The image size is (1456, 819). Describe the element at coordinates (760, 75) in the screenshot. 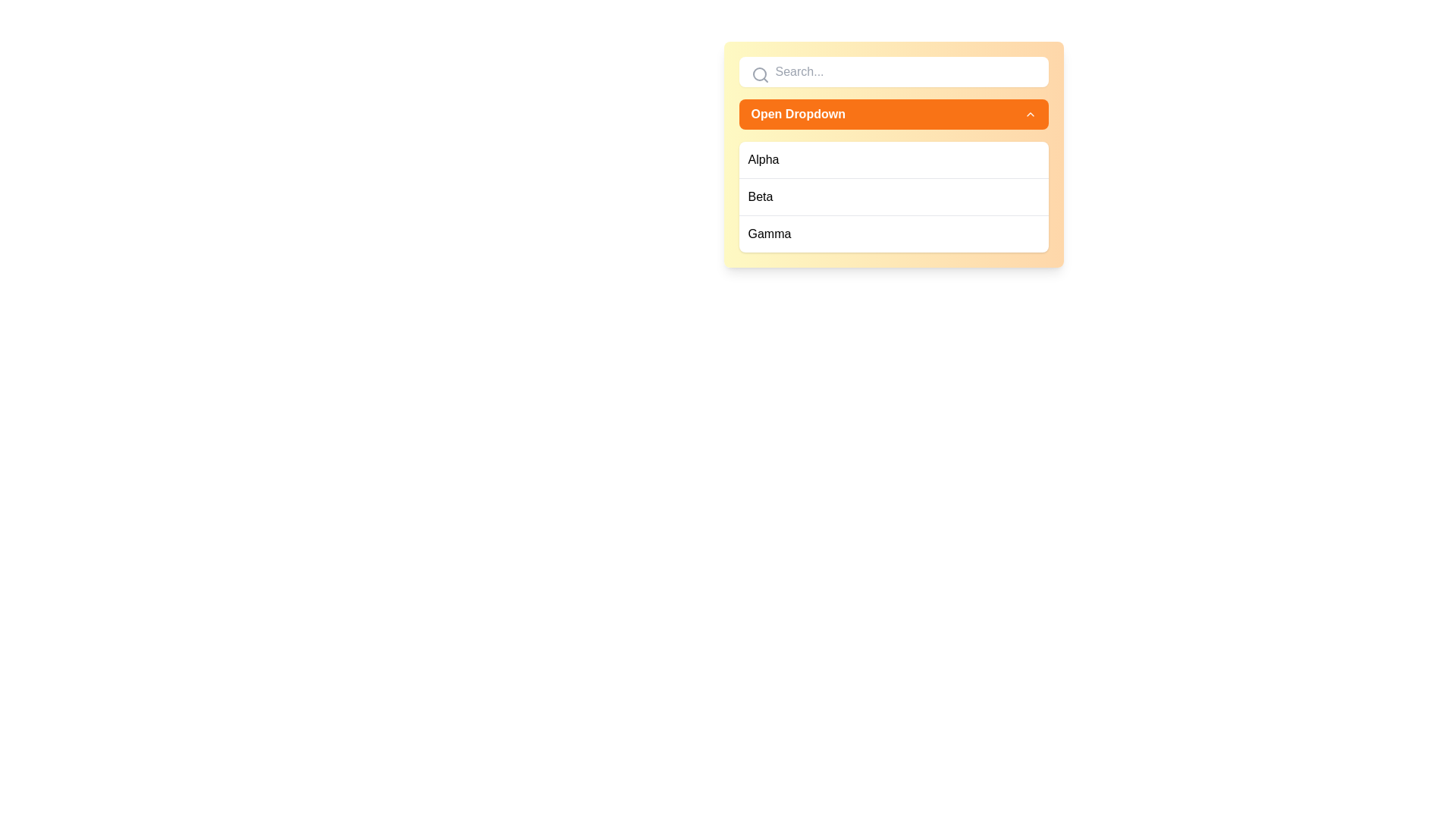

I see `the search icon resembling a magnifying glass, which is outlined in gray and located at the leftmost side of the search bar` at that location.